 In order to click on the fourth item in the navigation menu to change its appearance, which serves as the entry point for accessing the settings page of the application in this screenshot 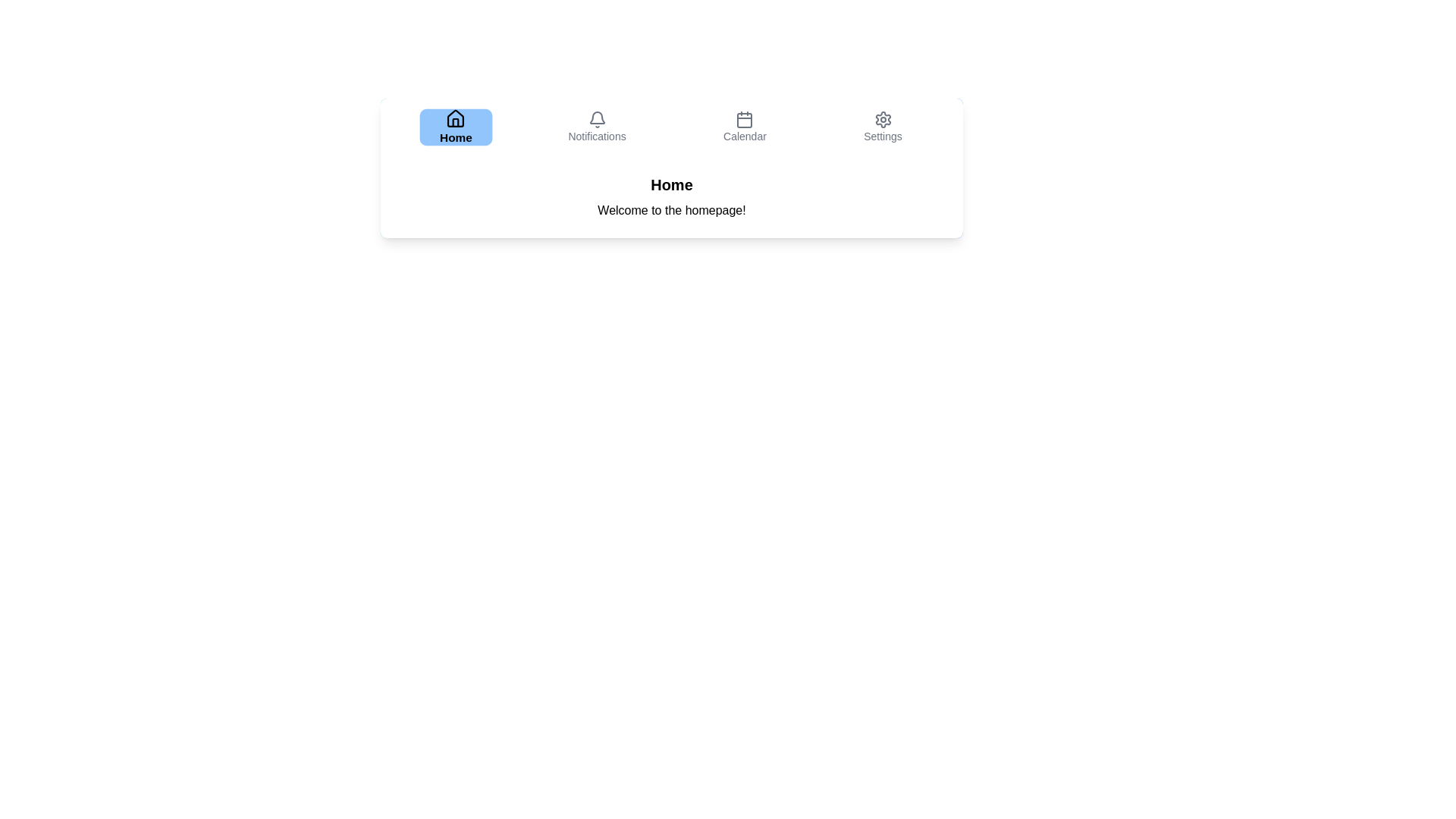, I will do `click(883, 127)`.